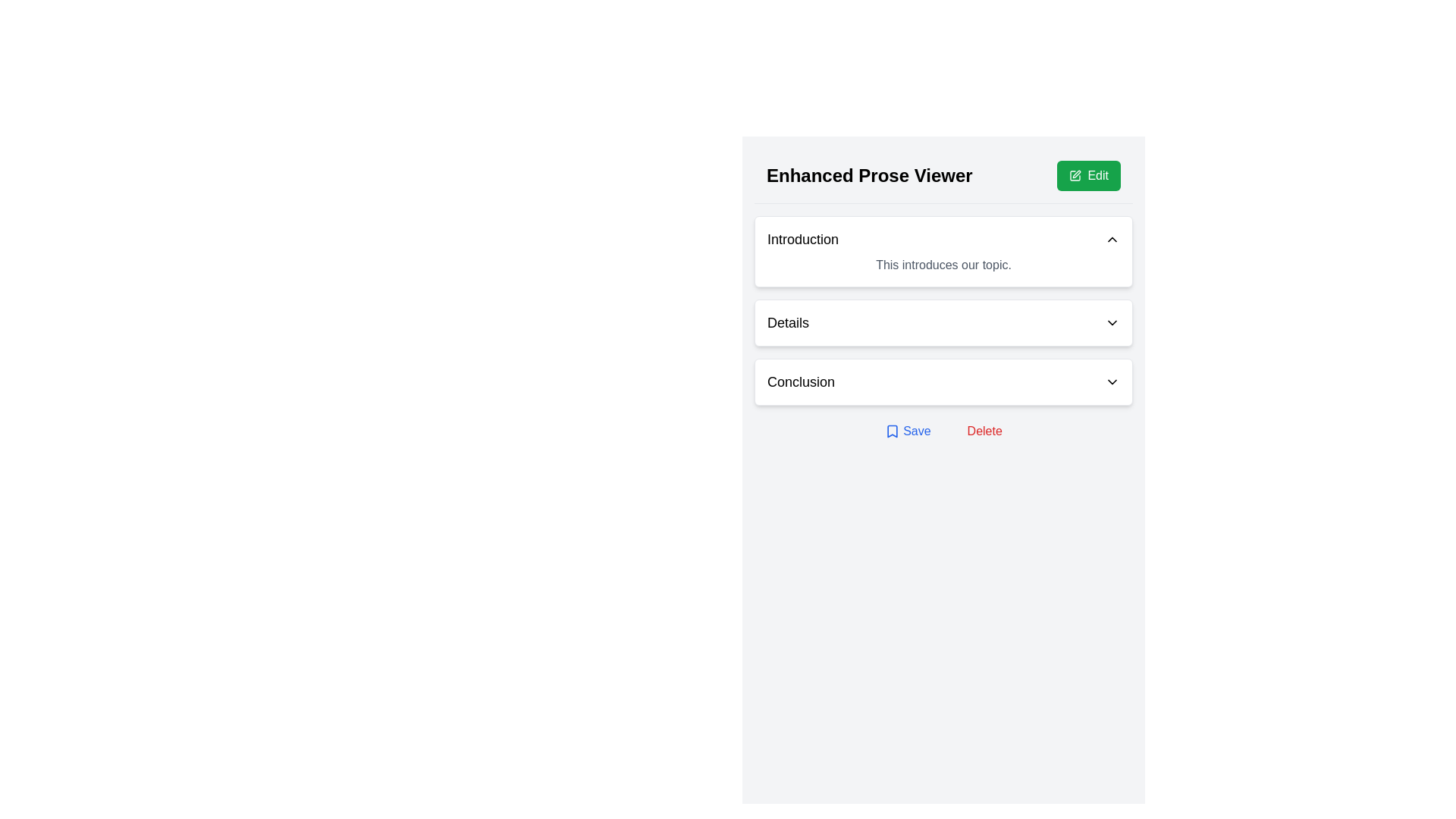  What do you see at coordinates (1112, 322) in the screenshot?
I see `the Dropdown toggle icon located at the right end of the 'Details' label, which serves to toggle the visibility of the associated content` at bounding box center [1112, 322].